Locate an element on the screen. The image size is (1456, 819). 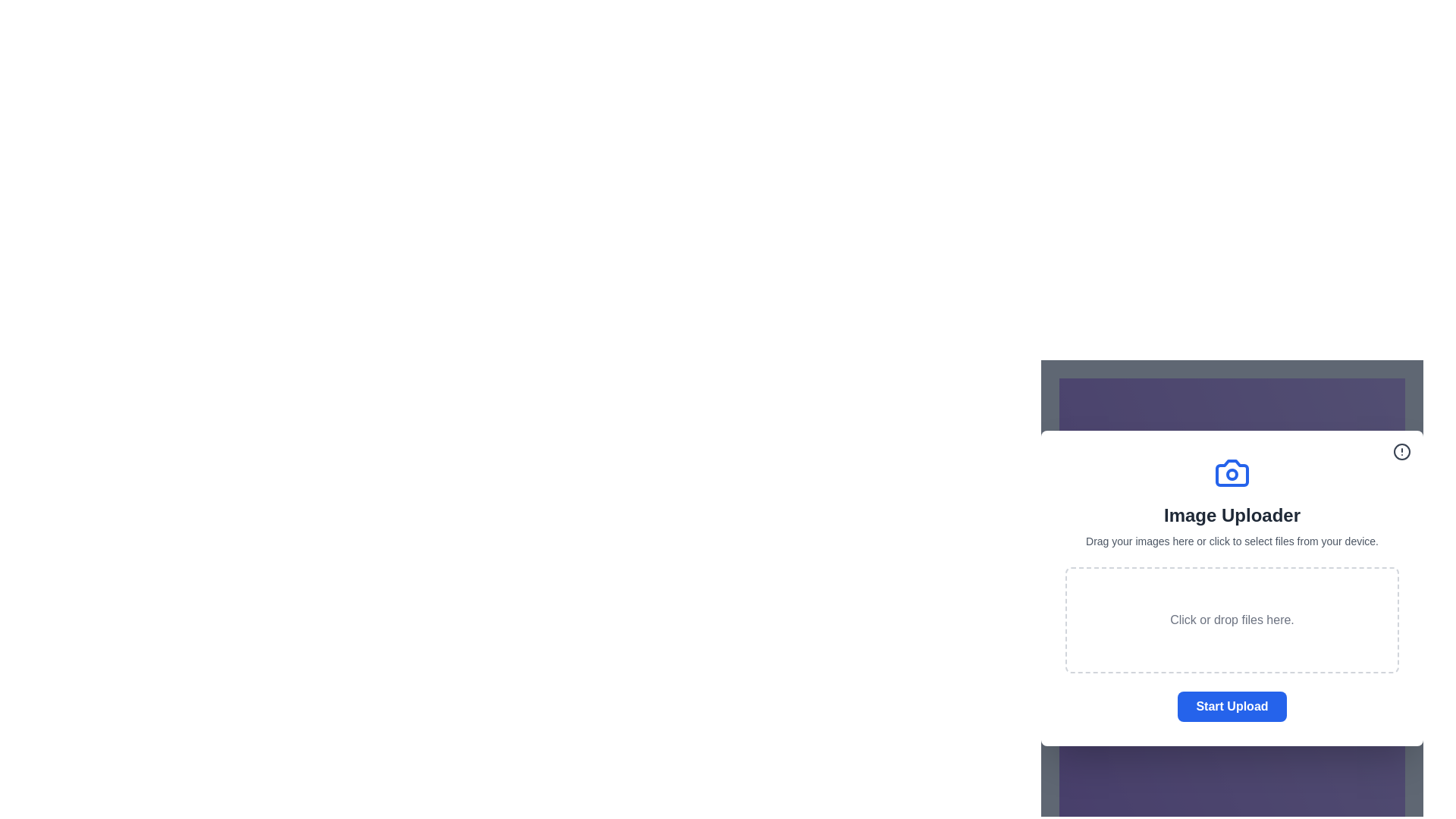
and drop files onto the Upload Area Text that displays 'Click or drop files here.' This element is a clickable area styled with a dashed, rounded, light-gray border and is located centrally in the upload area is located at coordinates (1232, 620).